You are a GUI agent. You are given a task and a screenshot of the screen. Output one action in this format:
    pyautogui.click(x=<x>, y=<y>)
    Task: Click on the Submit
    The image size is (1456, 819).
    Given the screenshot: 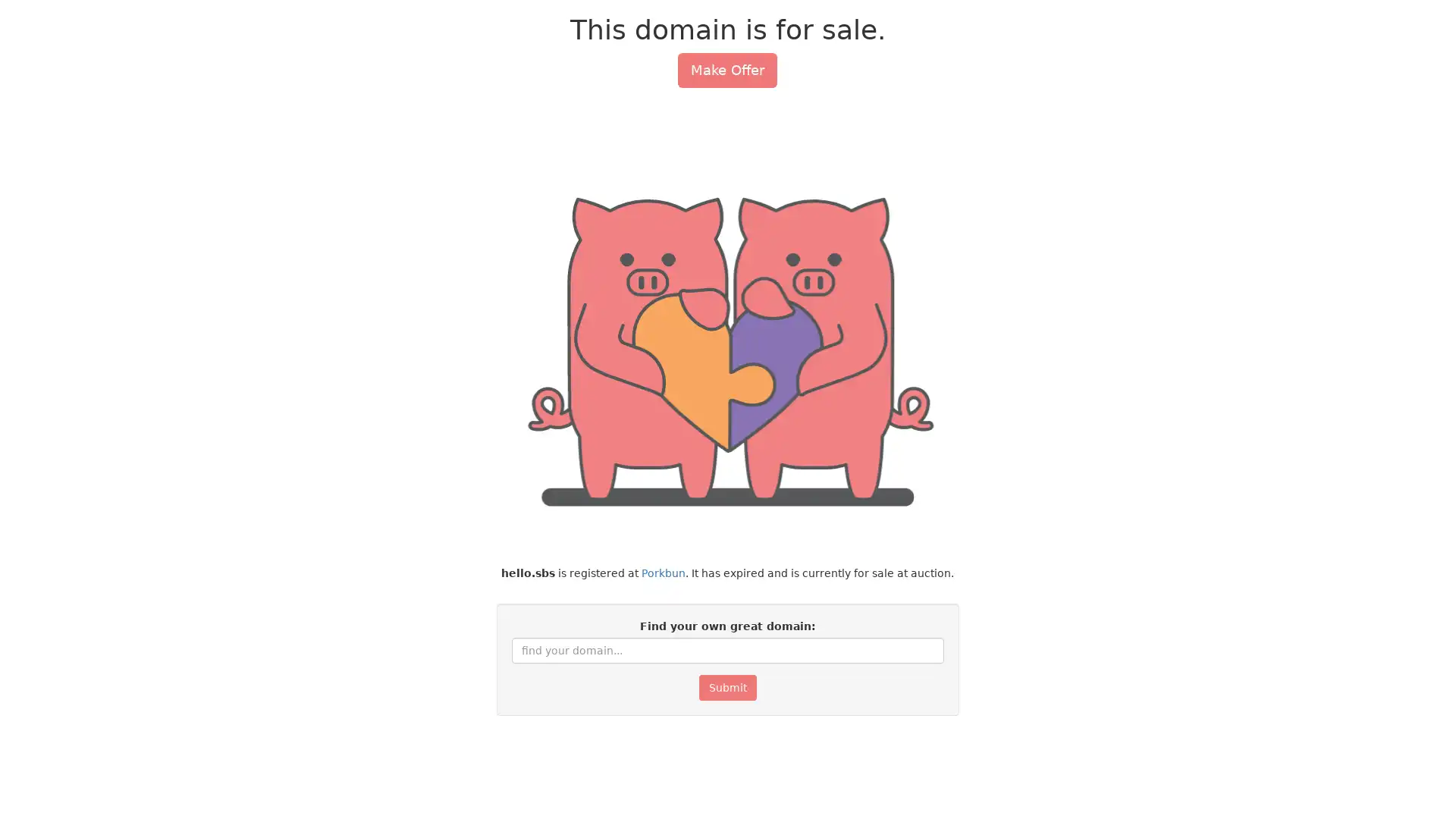 What is the action you would take?
    pyautogui.click(x=726, y=687)
    